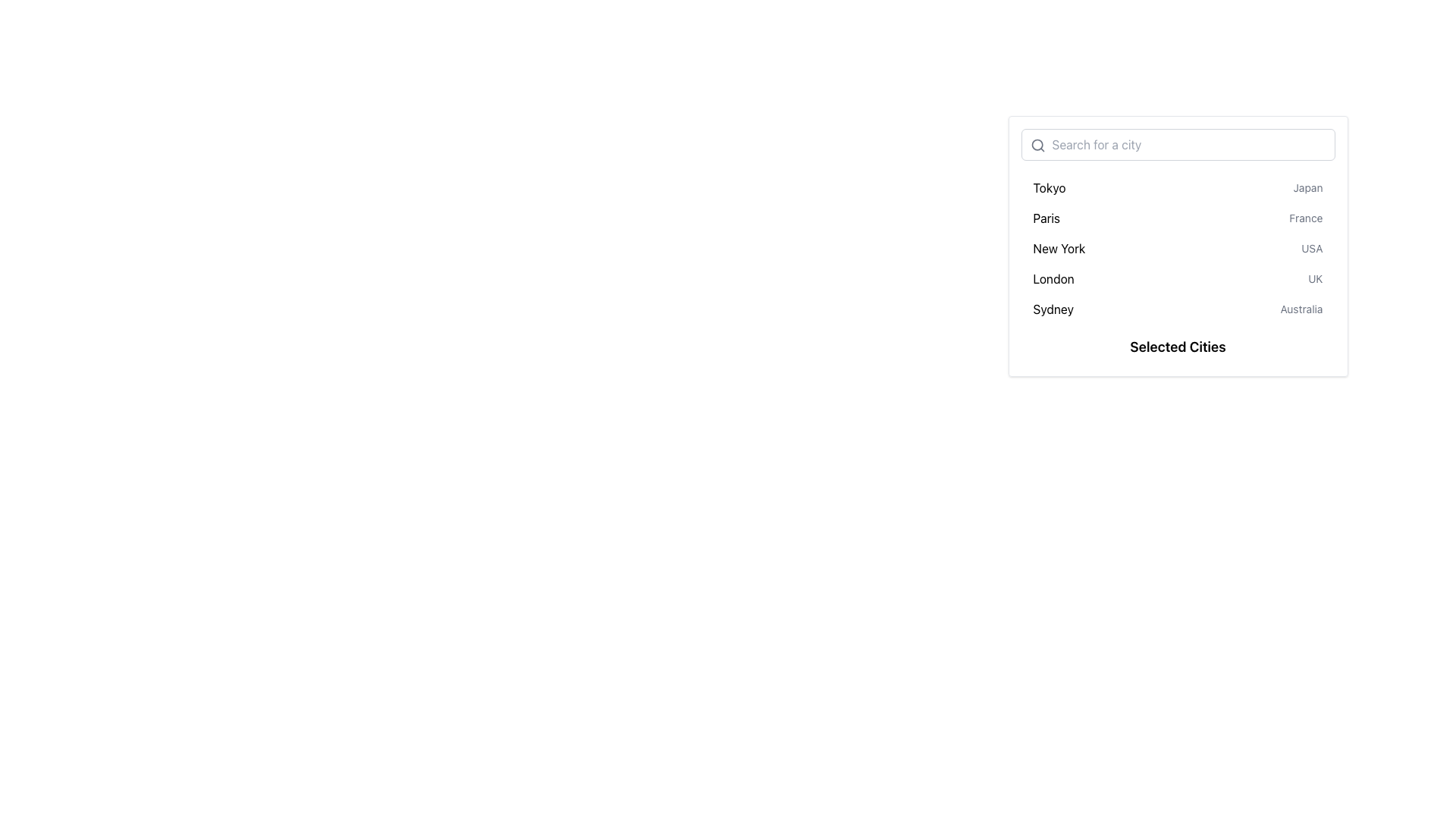  I want to click on the second list item displaying 'Paris' and 'France', so click(1177, 218).